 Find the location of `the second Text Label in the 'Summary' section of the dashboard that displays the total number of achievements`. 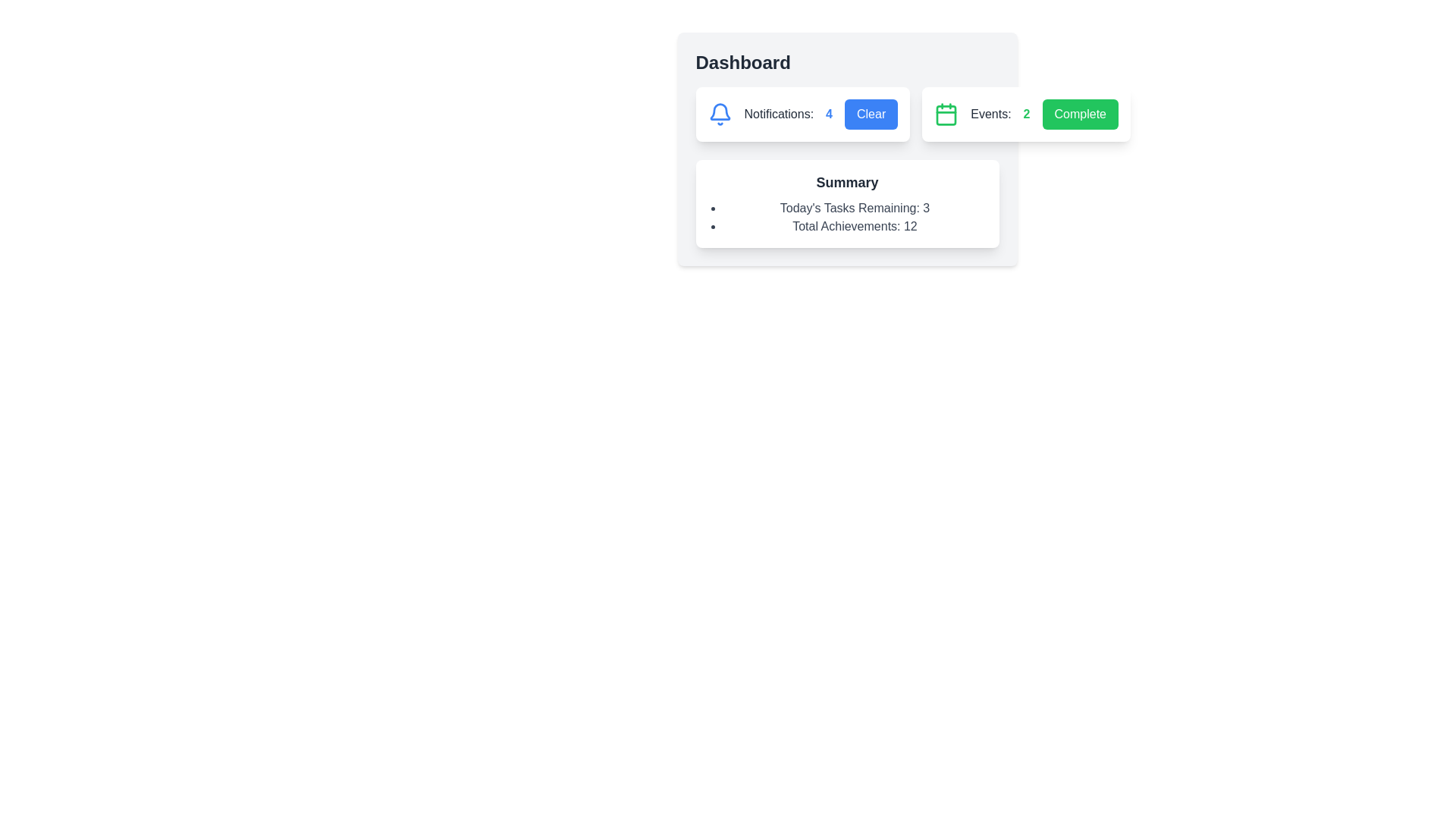

the second Text Label in the 'Summary' section of the dashboard that displays the total number of achievements is located at coordinates (855, 227).